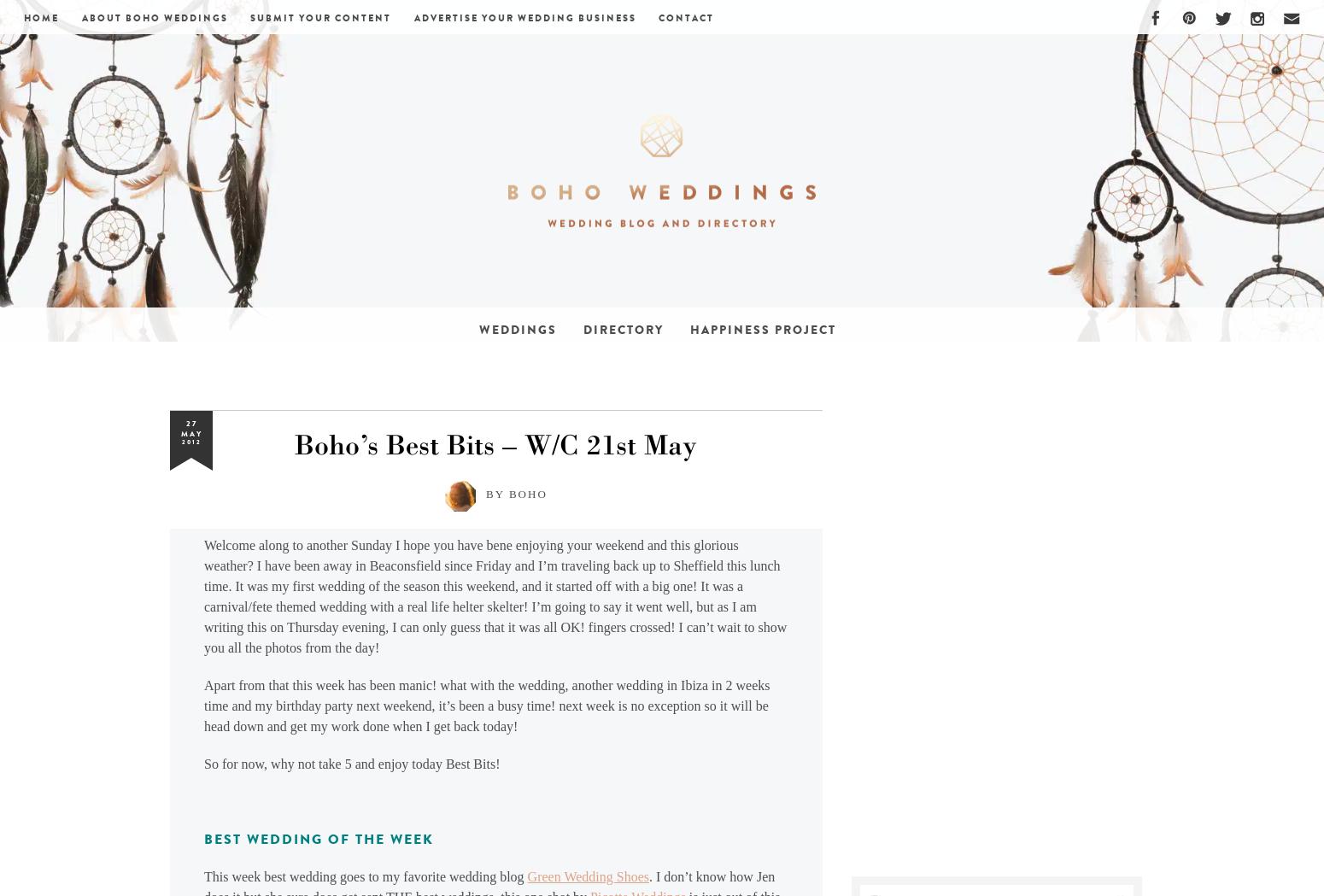 The width and height of the screenshot is (1324, 896). Describe the element at coordinates (527, 876) in the screenshot. I see `'Green Wedding Shoes'` at that location.